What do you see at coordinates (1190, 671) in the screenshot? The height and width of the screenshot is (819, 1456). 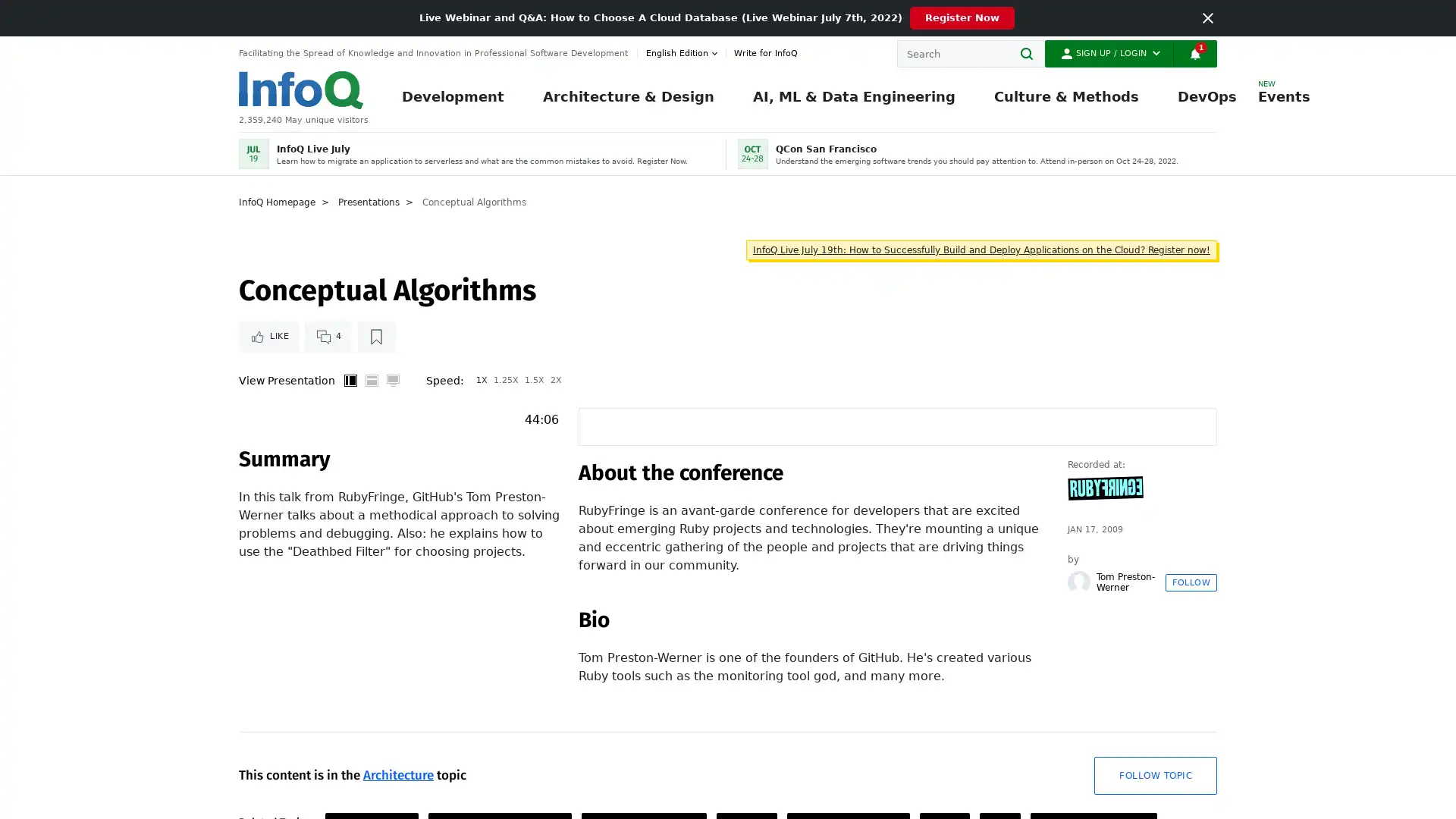 I see `Follow` at bounding box center [1190, 671].